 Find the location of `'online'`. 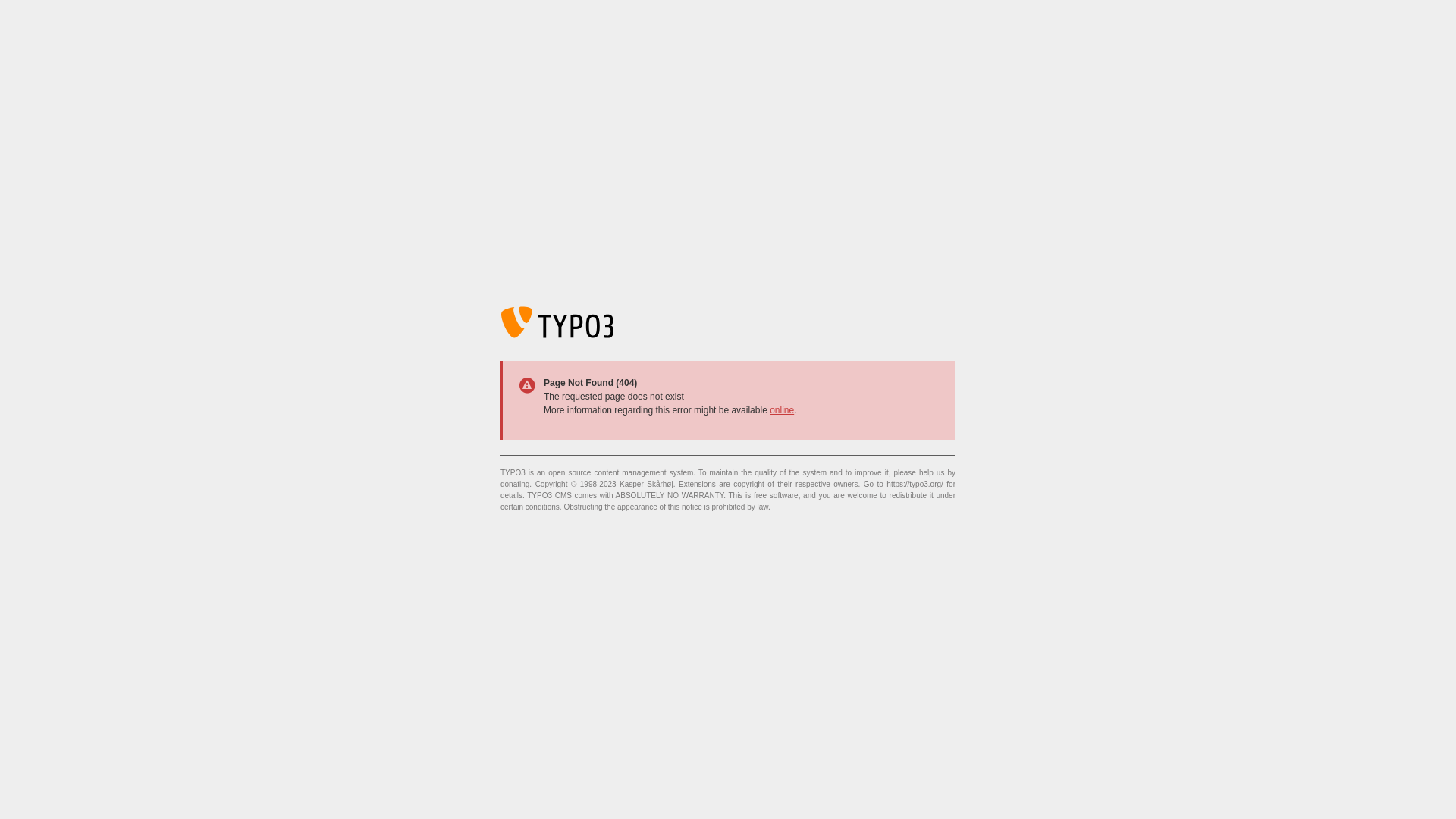

'online' is located at coordinates (782, 409).